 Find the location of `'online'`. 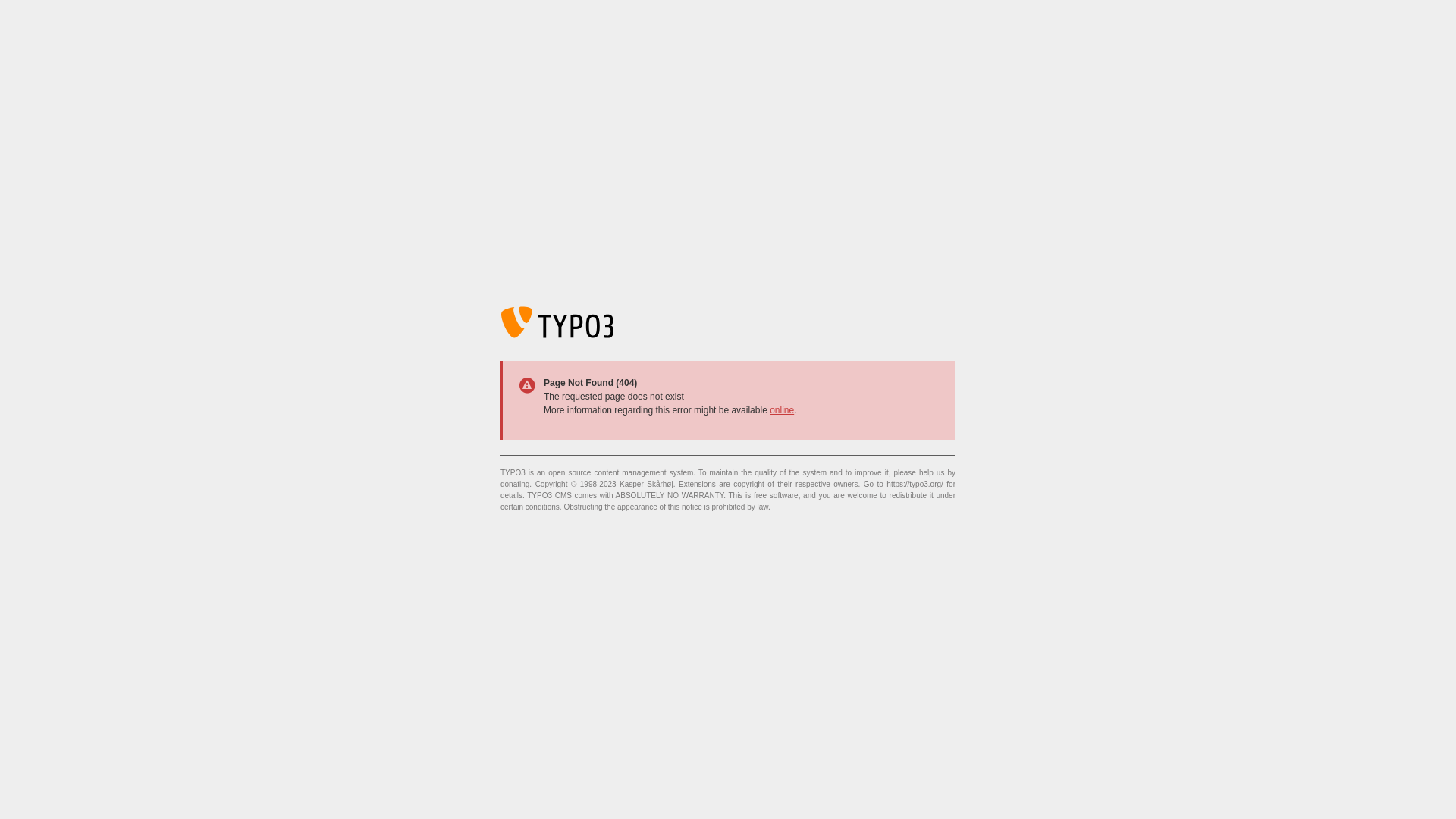

'online' is located at coordinates (782, 409).